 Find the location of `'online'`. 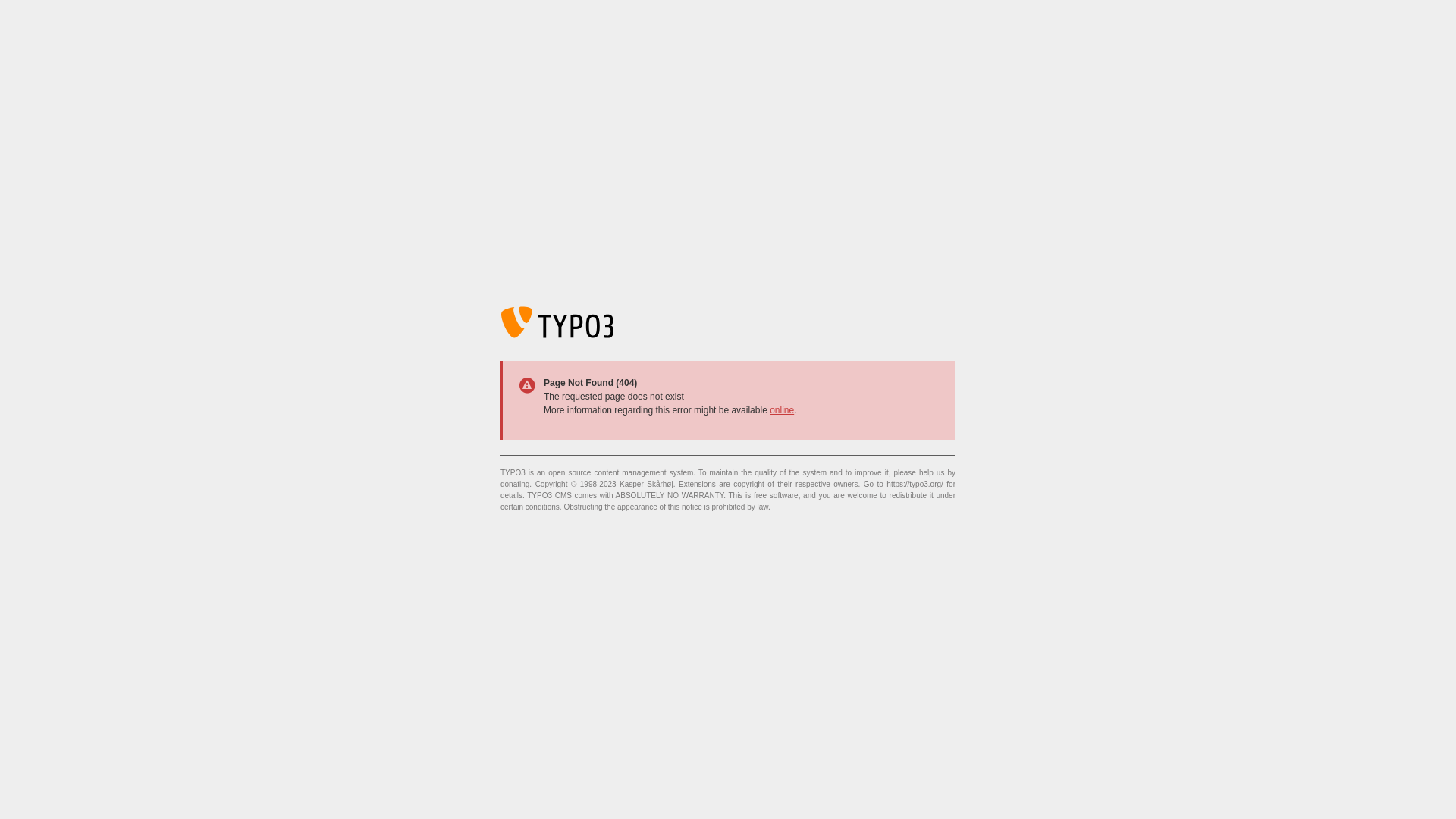

'online' is located at coordinates (782, 409).